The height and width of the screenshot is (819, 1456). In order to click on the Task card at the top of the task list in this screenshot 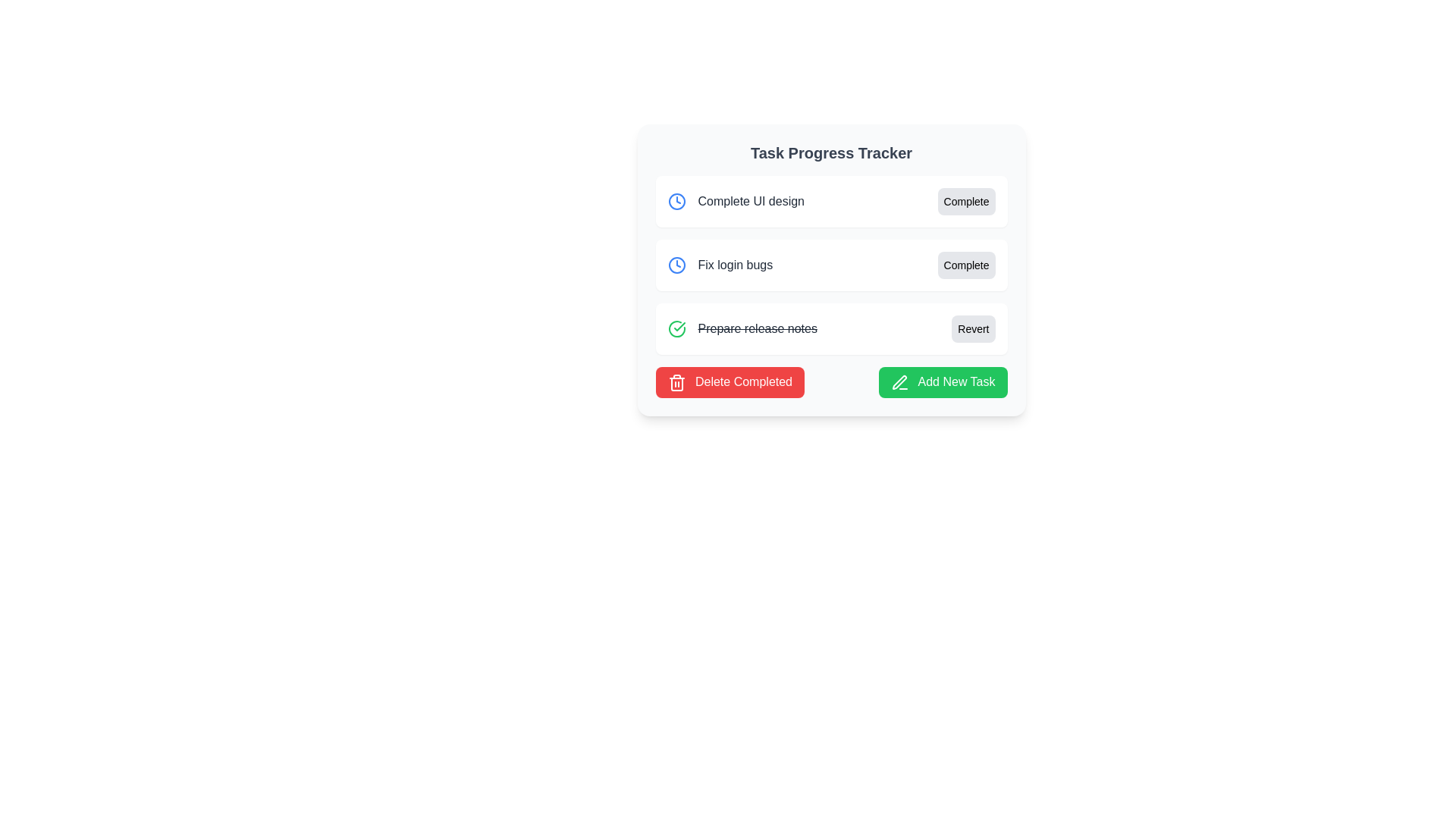, I will do `click(830, 201)`.